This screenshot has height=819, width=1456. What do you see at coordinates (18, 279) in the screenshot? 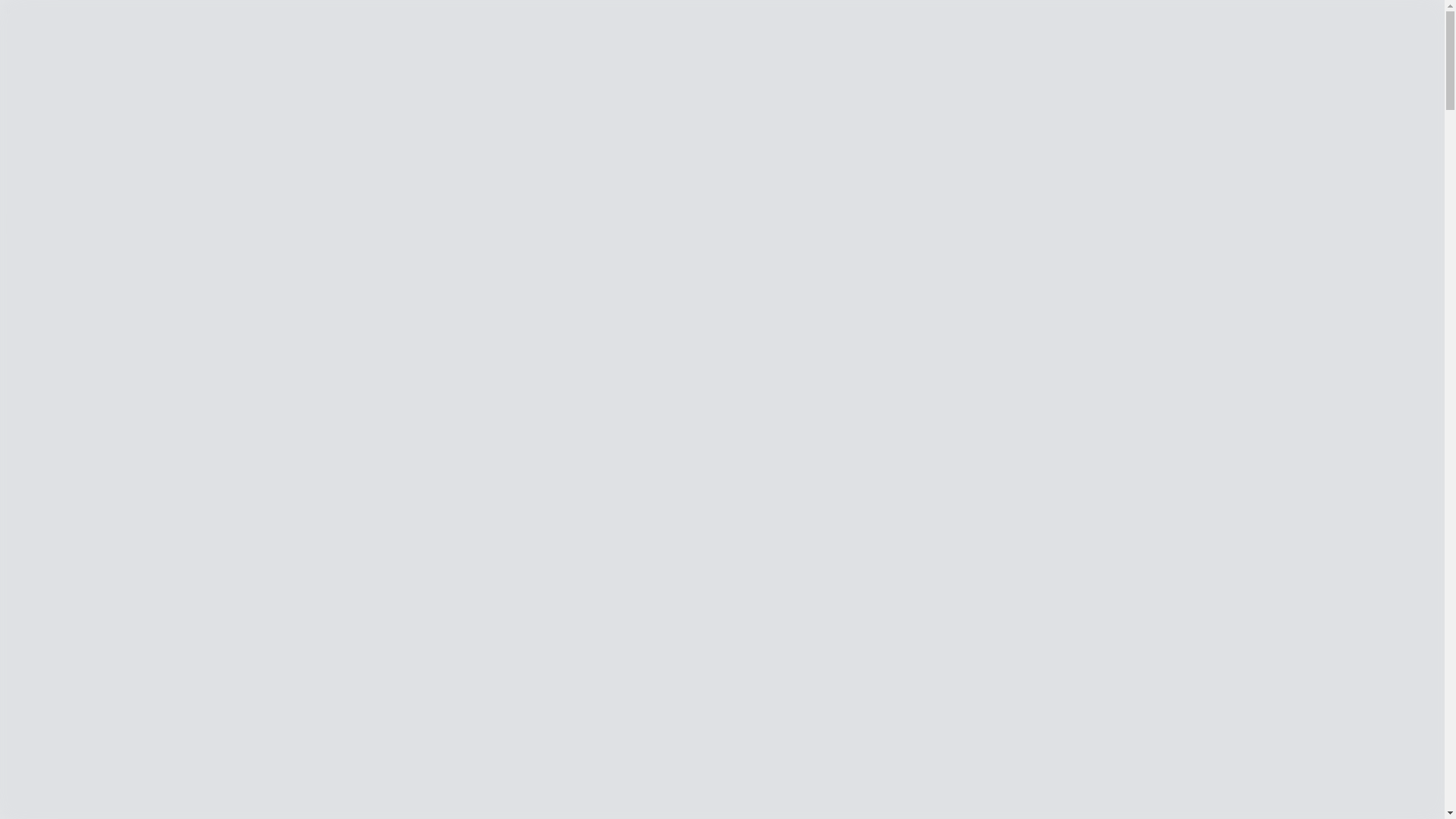
I see `'Shop'` at bounding box center [18, 279].